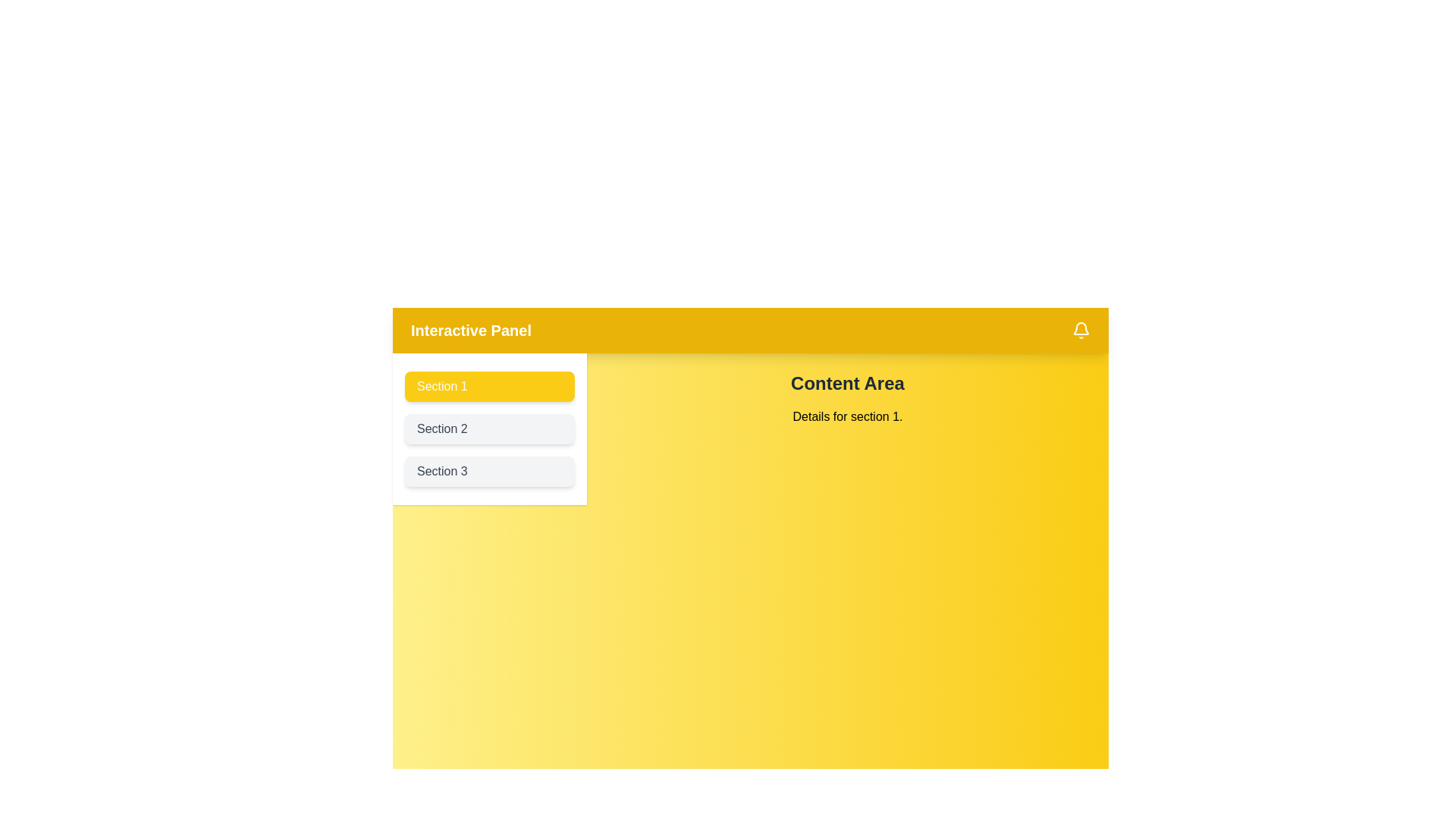 This screenshot has height=819, width=1456. I want to click on the 'Section 2' text label within the selectable list item located, so click(441, 428).